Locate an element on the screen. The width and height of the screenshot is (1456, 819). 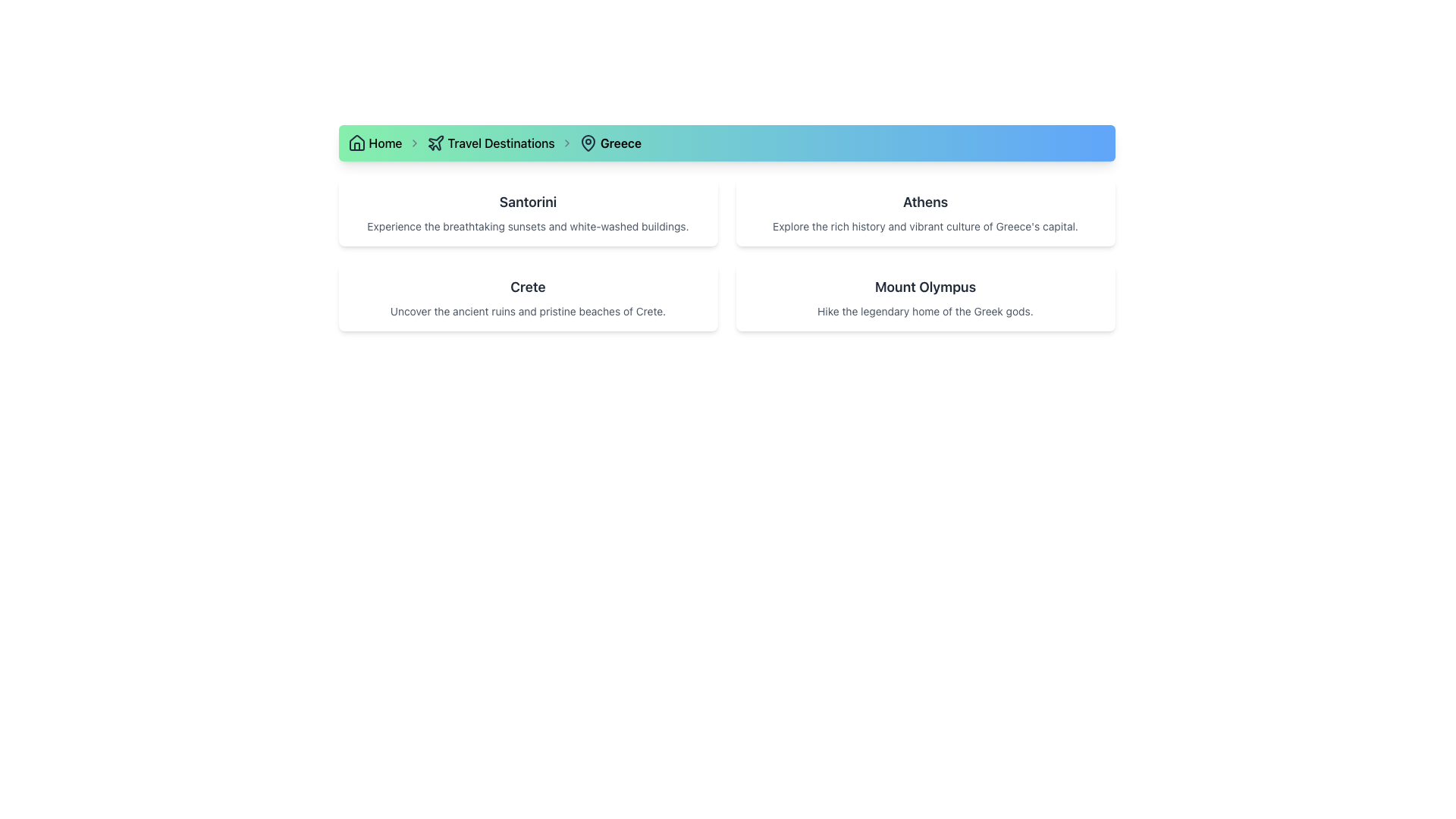
the 'Home' icon in the navigation breadcrumb bar is located at coordinates (356, 143).